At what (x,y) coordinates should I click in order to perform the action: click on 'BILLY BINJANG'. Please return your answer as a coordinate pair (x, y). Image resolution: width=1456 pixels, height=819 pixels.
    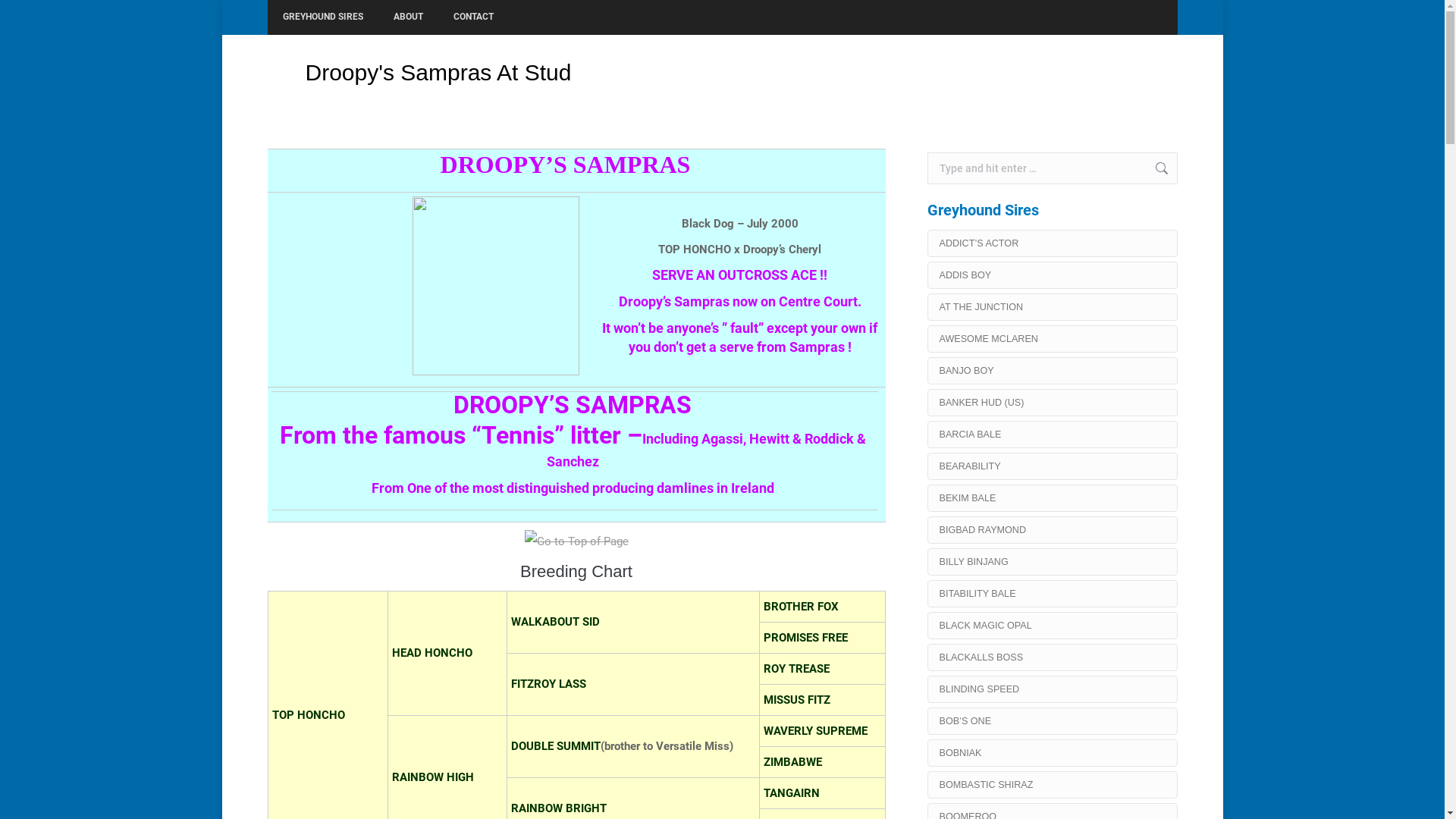
    Looking at the image, I should click on (1051, 561).